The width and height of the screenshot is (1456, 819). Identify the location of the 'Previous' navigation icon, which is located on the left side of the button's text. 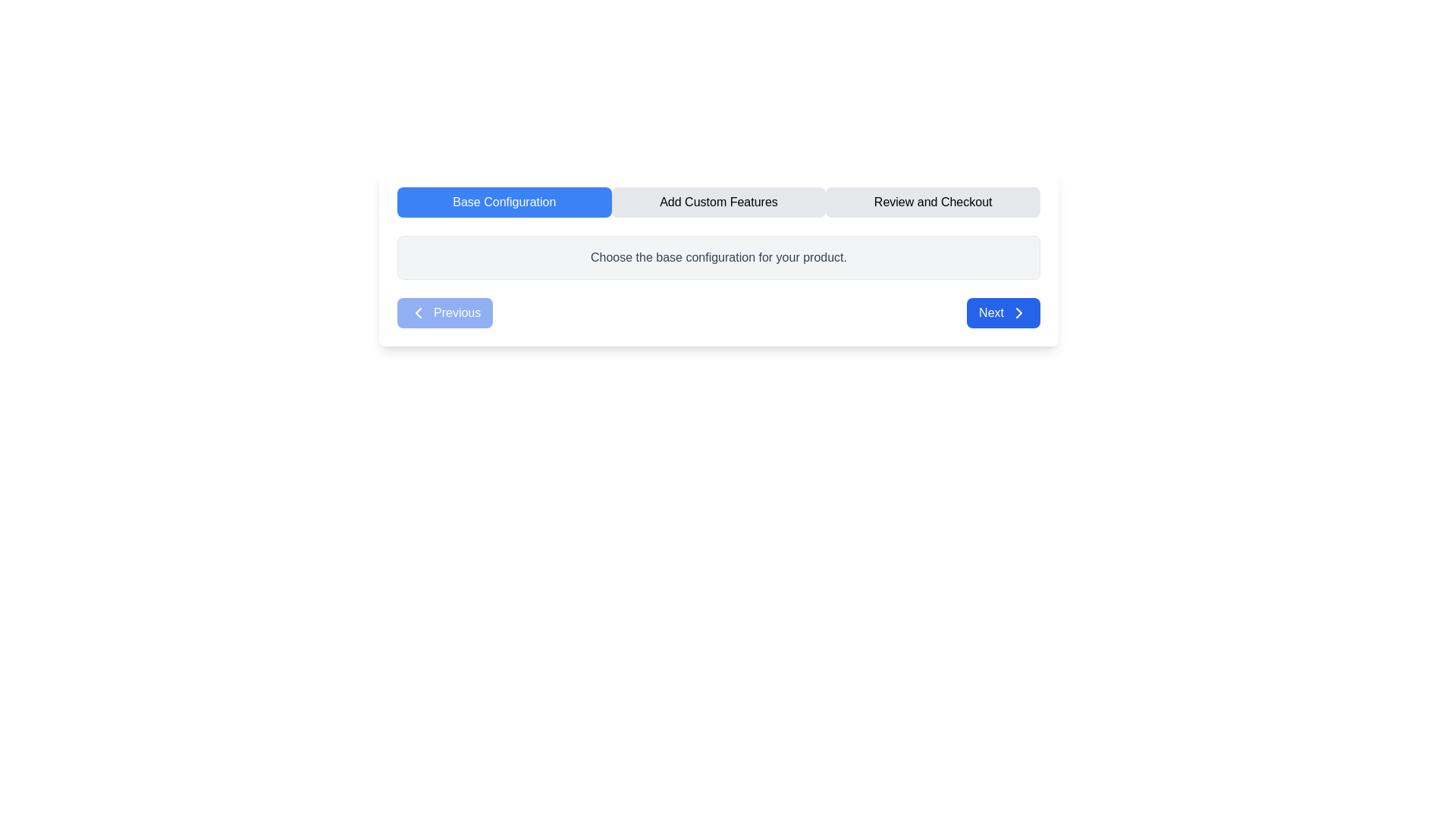
(419, 312).